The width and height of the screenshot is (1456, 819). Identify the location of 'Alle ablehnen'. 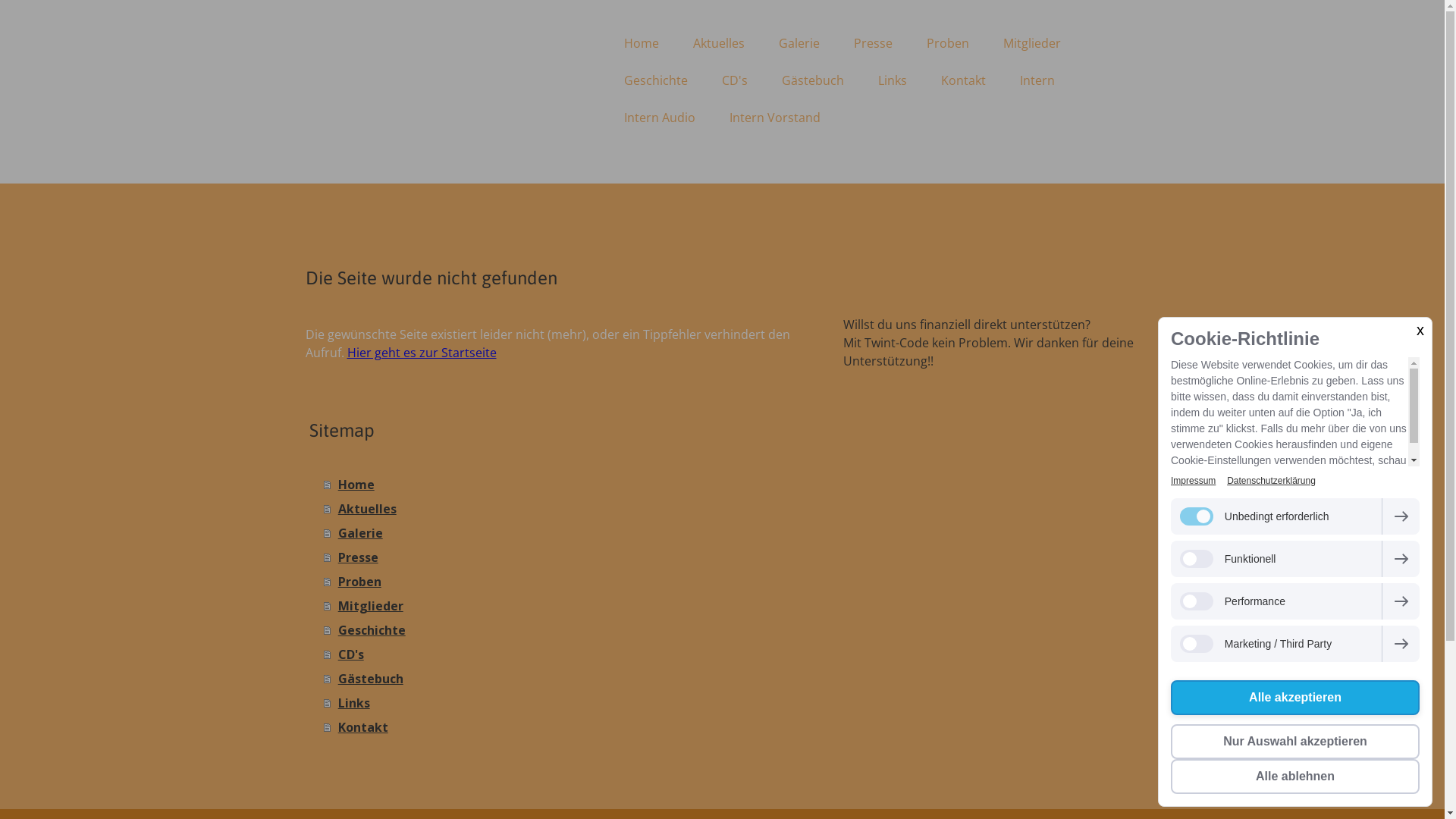
(1294, 776).